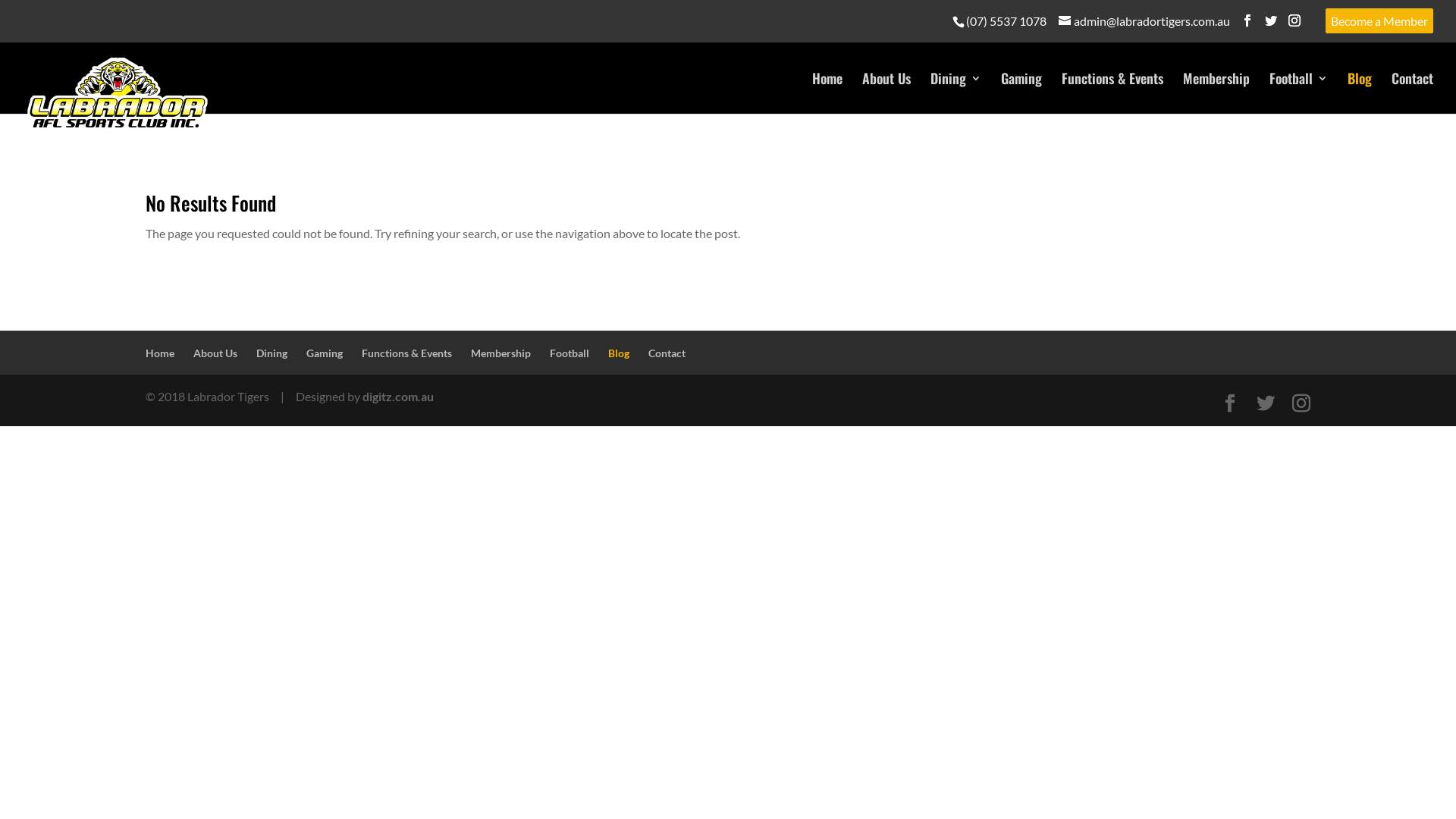  What do you see at coordinates (397, 395) in the screenshot?
I see `'digitz.com.au'` at bounding box center [397, 395].